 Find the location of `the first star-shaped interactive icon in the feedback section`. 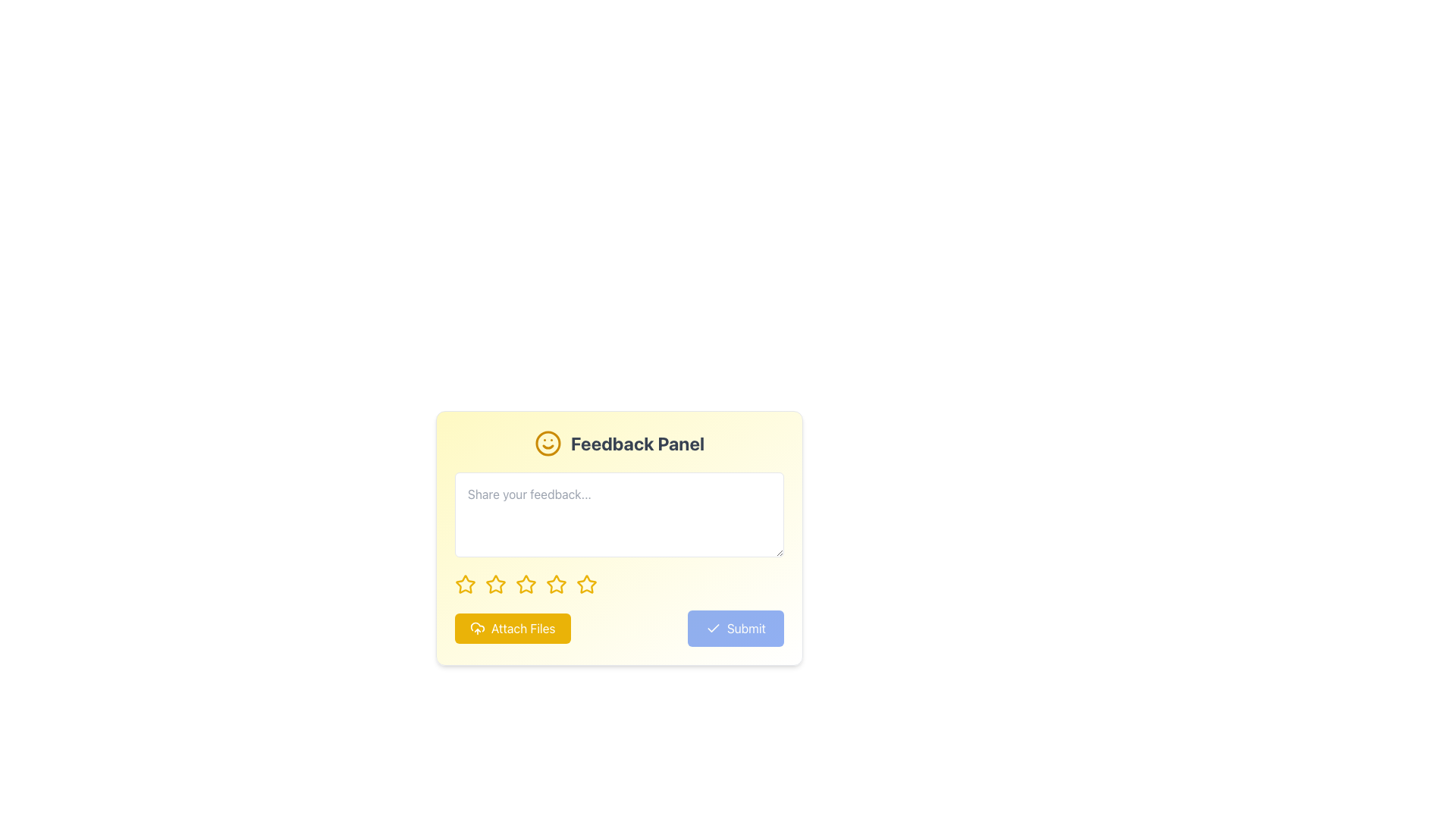

the first star-shaped interactive icon in the feedback section is located at coordinates (465, 584).